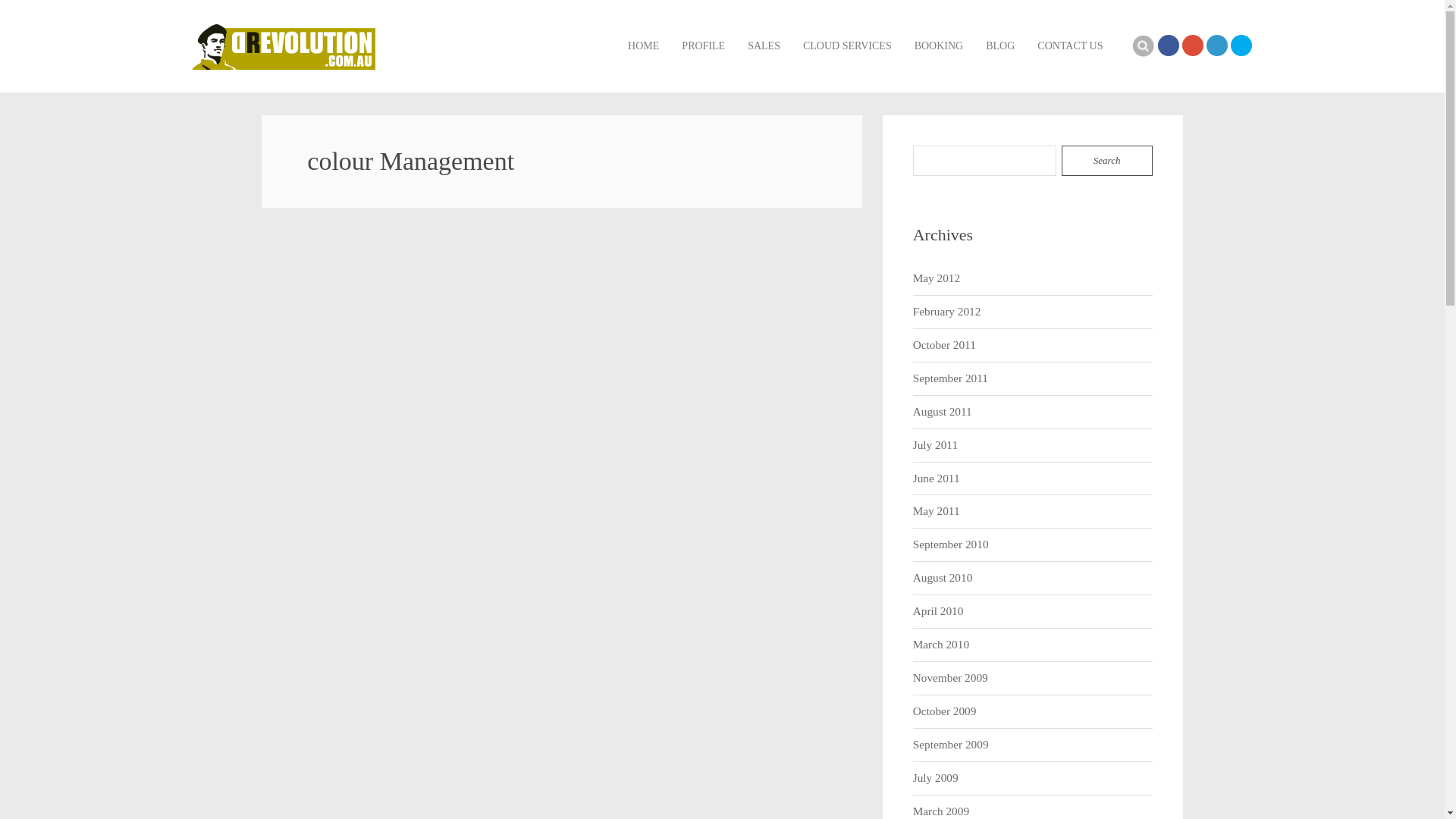  I want to click on 'July 2009', so click(912, 778).